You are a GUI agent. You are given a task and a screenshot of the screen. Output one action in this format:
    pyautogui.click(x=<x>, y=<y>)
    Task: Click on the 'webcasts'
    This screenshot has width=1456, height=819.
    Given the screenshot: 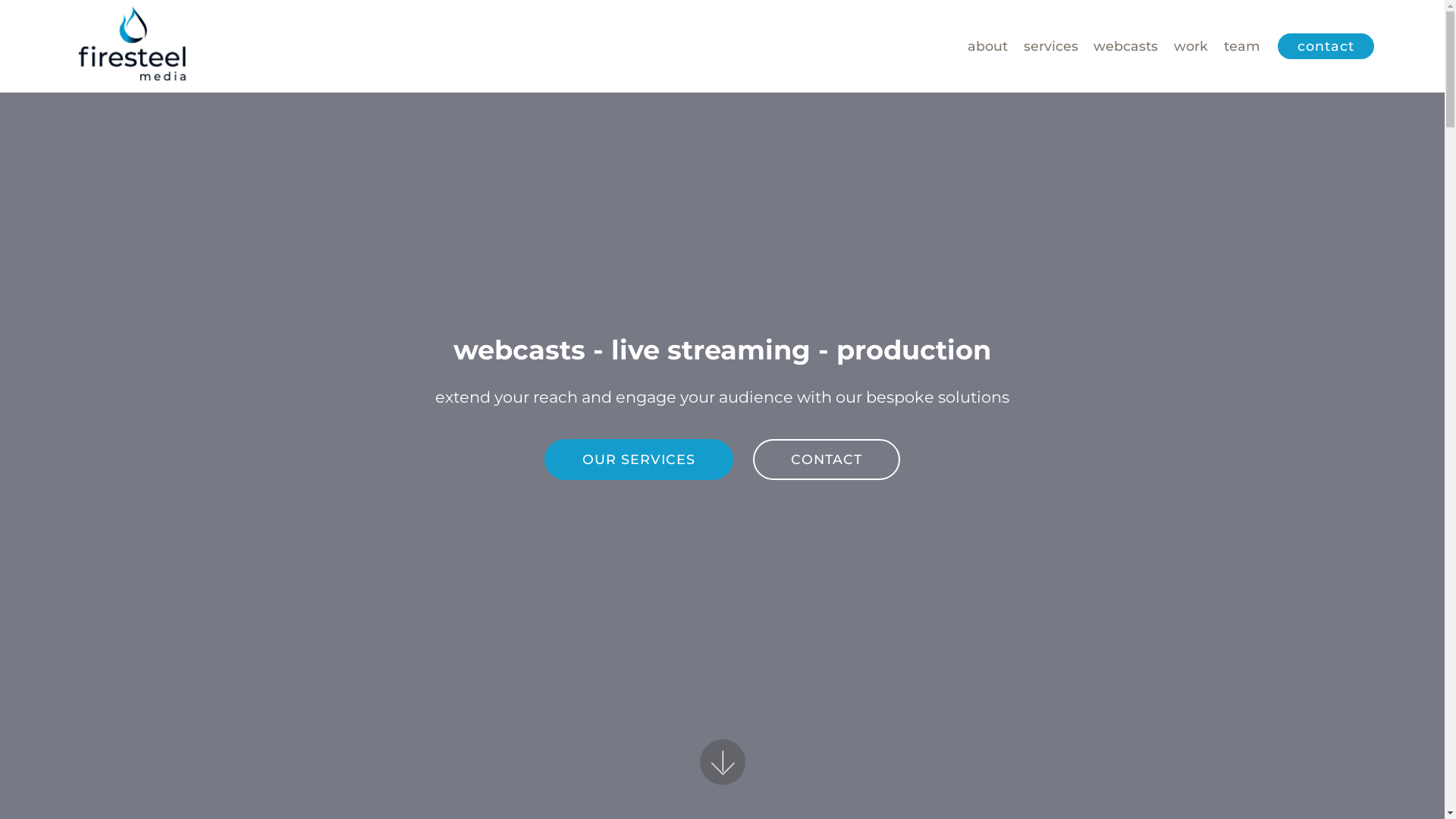 What is the action you would take?
    pyautogui.click(x=1125, y=45)
    